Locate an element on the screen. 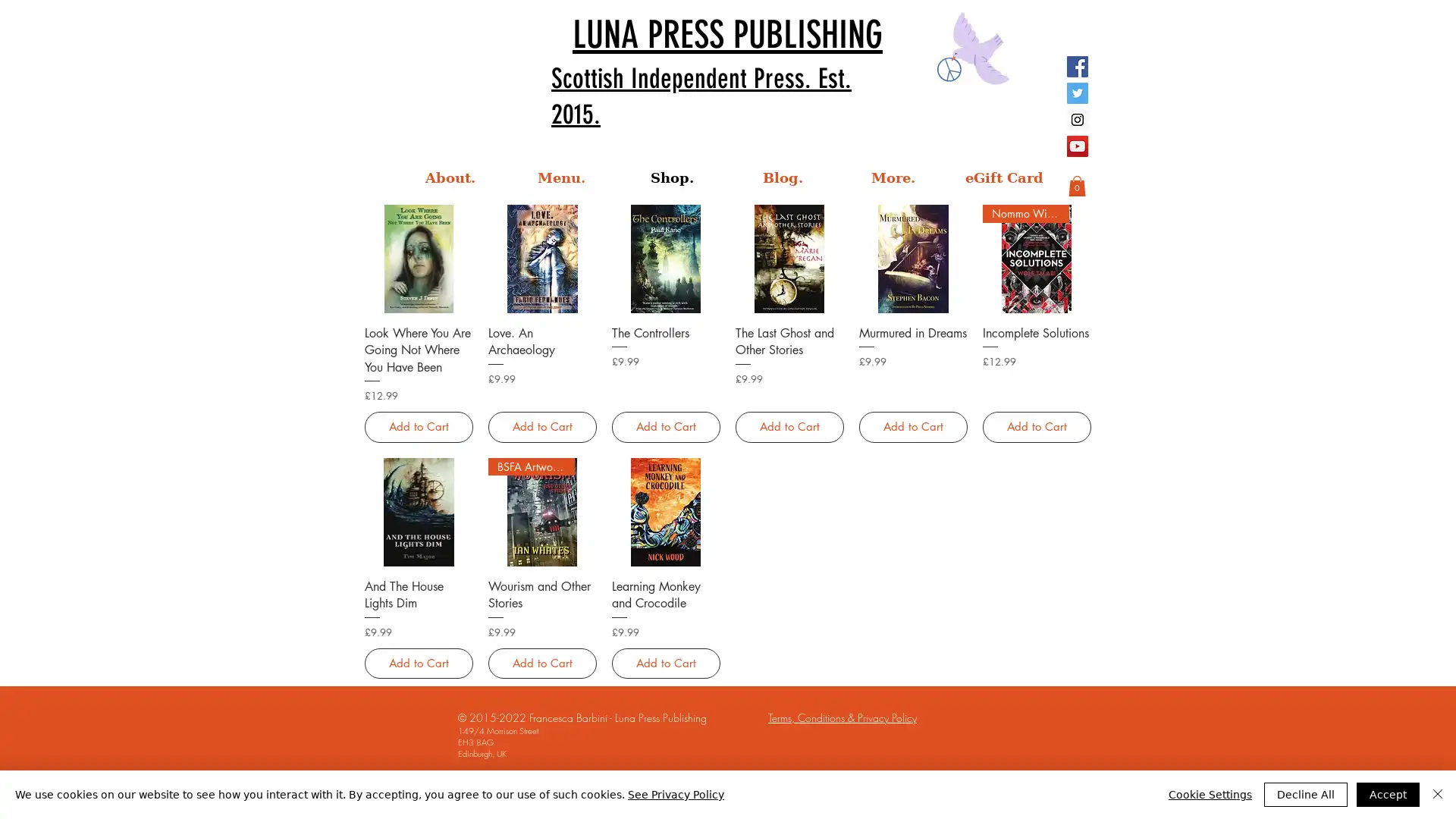 This screenshot has width=1456, height=819. Quick View is located at coordinates (665, 330).